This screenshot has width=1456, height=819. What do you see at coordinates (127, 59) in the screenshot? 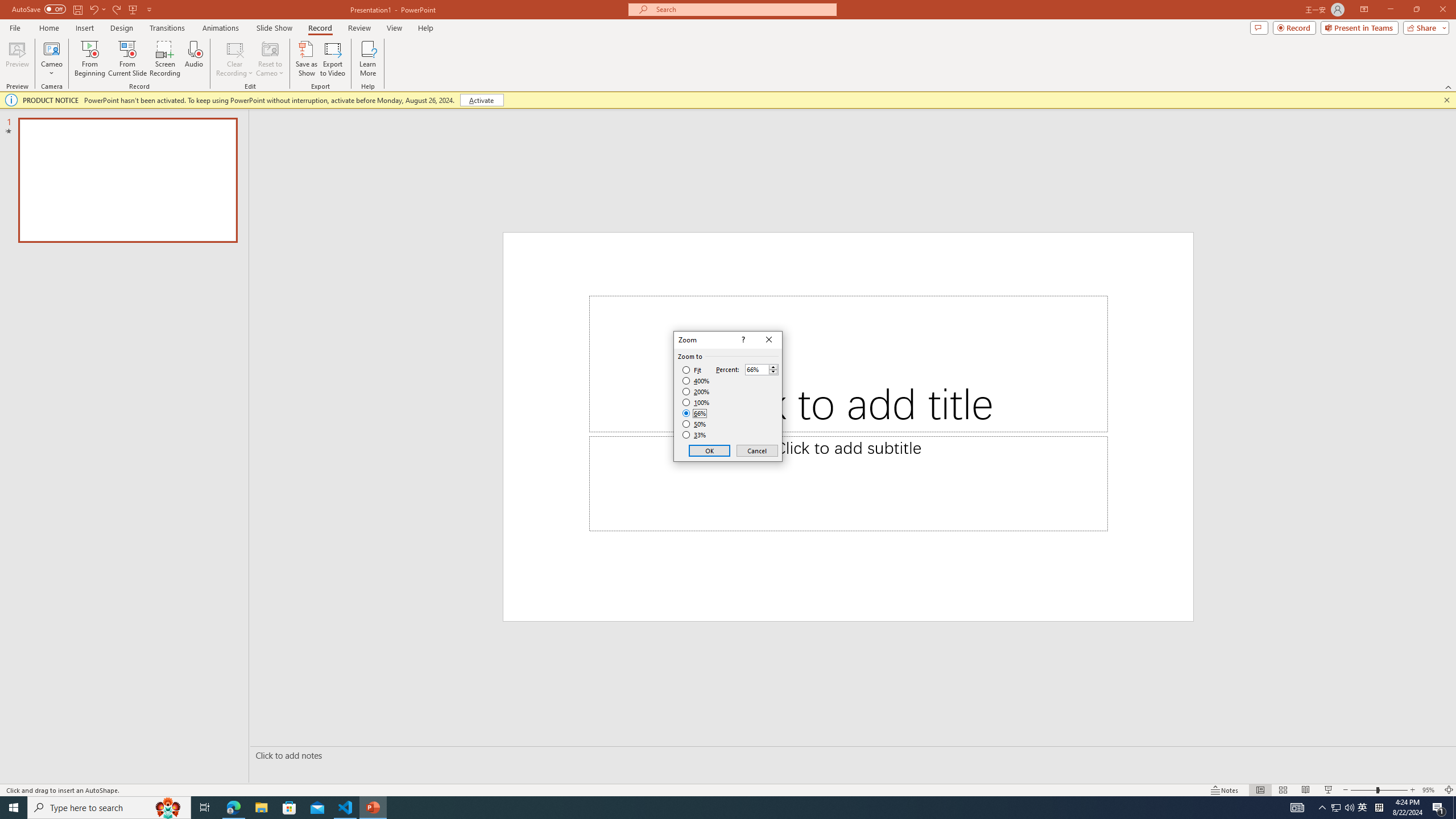
I see `'From Current Slide...'` at bounding box center [127, 59].